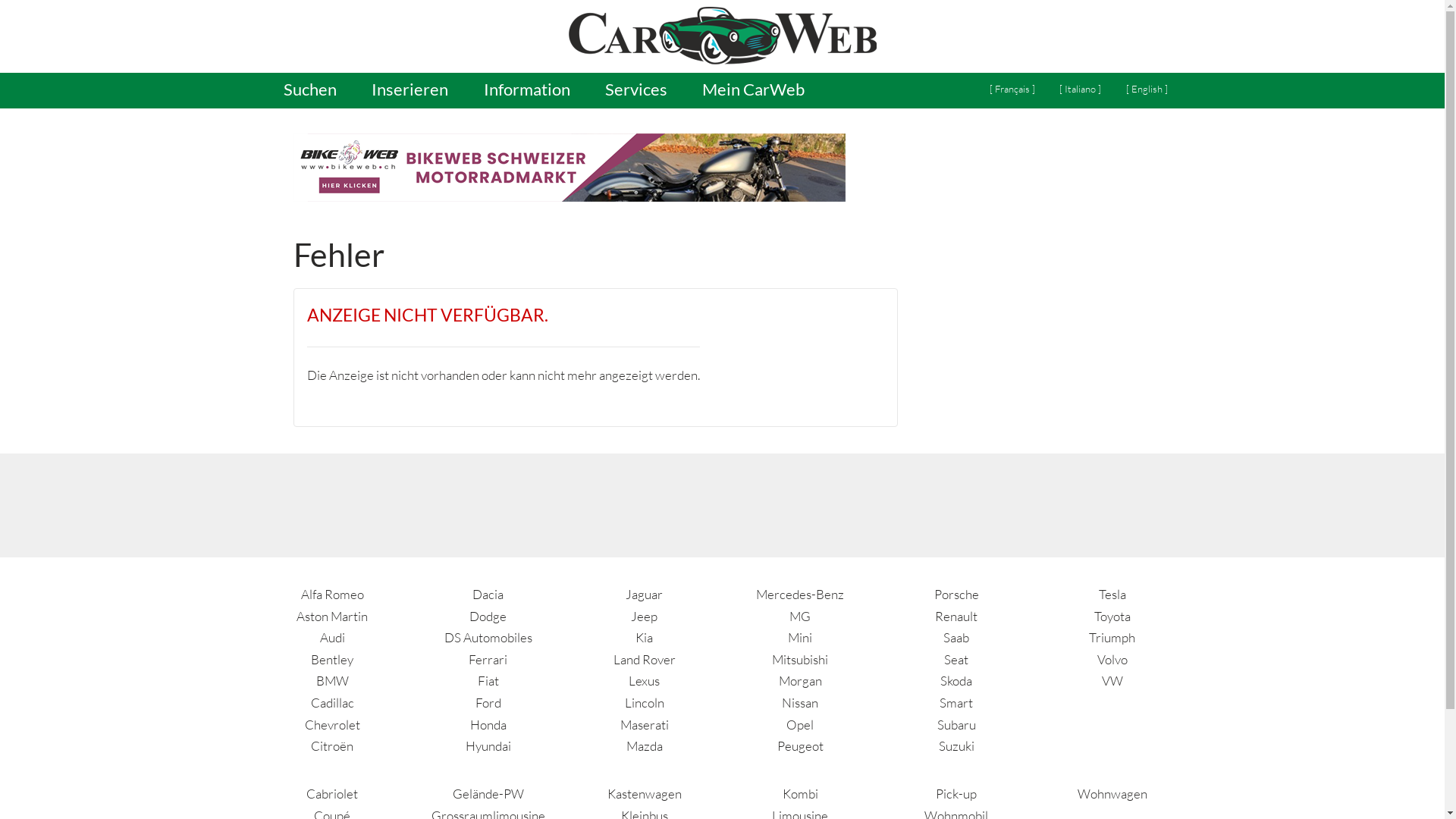 The width and height of the screenshot is (1456, 819). Describe the element at coordinates (942, 637) in the screenshot. I see `'Saab'` at that location.